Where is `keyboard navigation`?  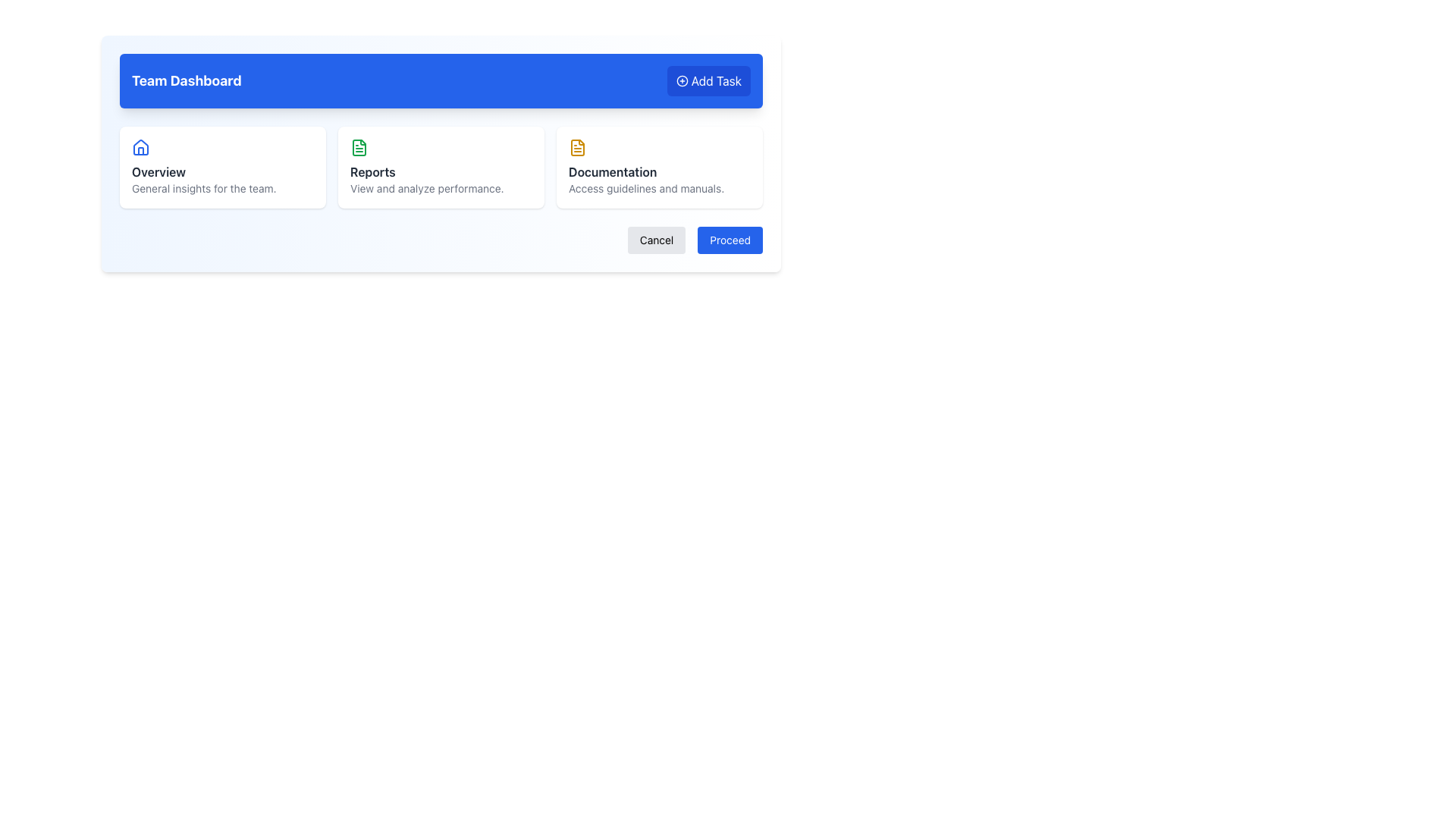 keyboard navigation is located at coordinates (708, 81).